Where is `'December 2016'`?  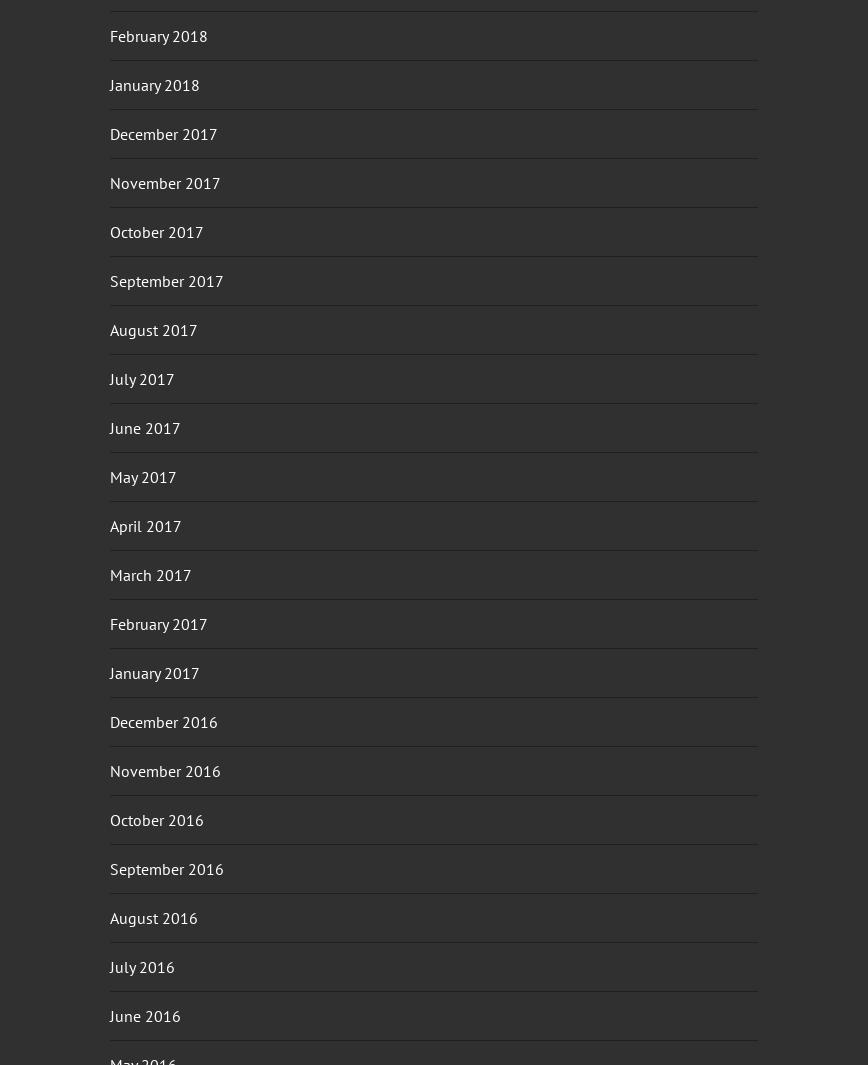
'December 2016' is located at coordinates (109, 721).